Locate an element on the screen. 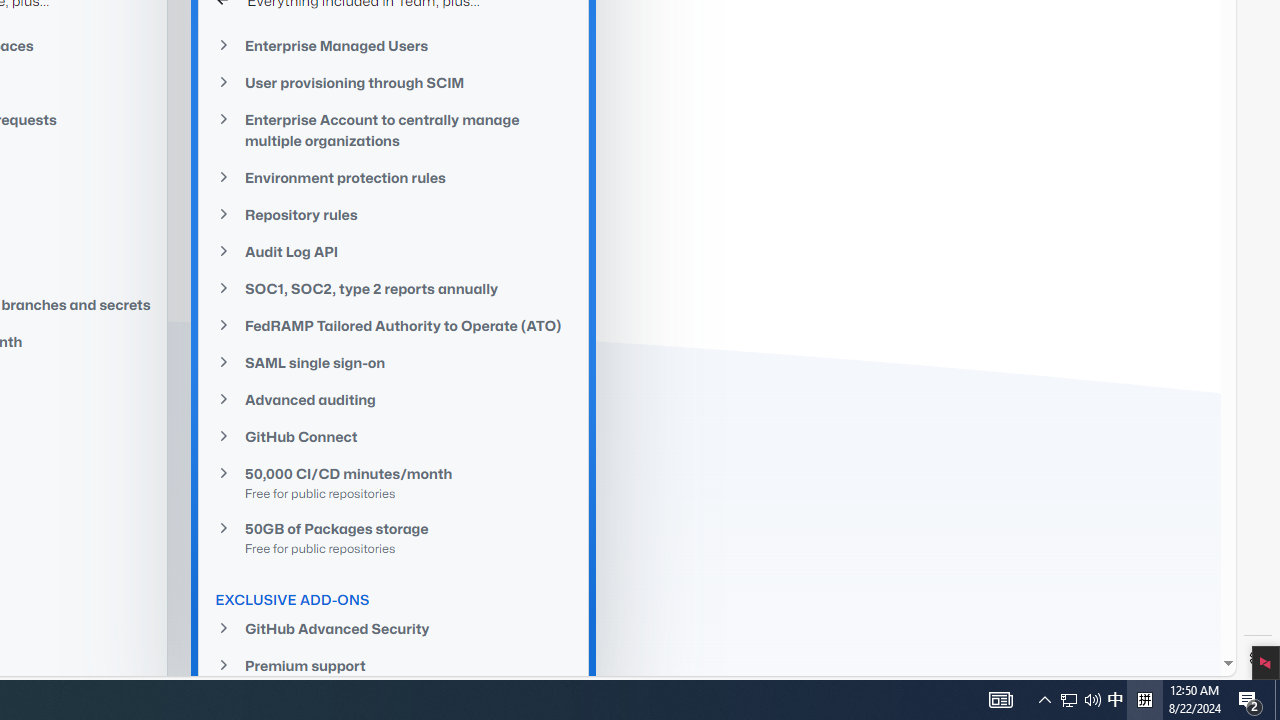  'SOC1, SOC2, type 2 reports annually' is located at coordinates (394, 289).